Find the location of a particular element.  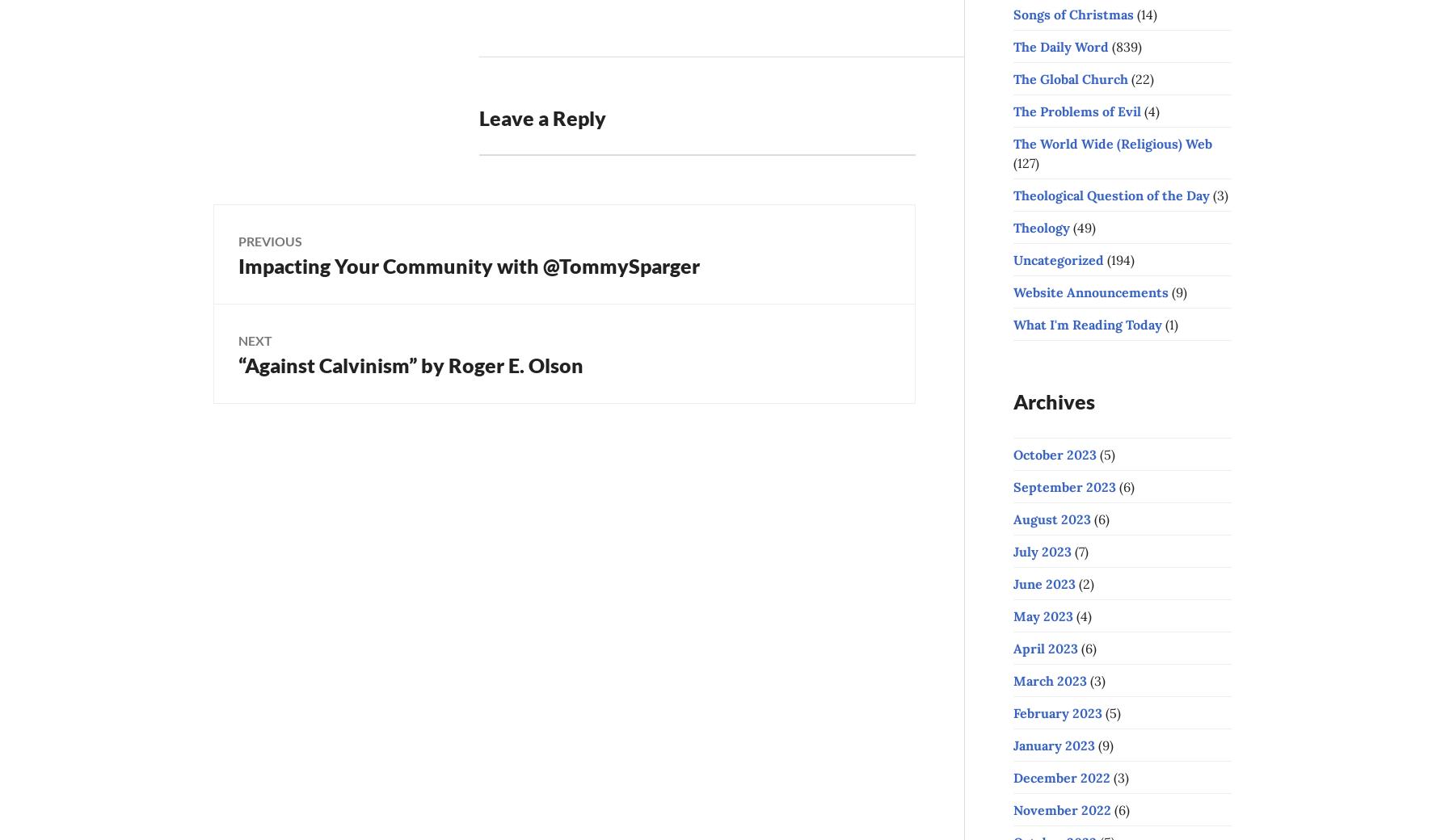

'September 2023' is located at coordinates (1012, 485).